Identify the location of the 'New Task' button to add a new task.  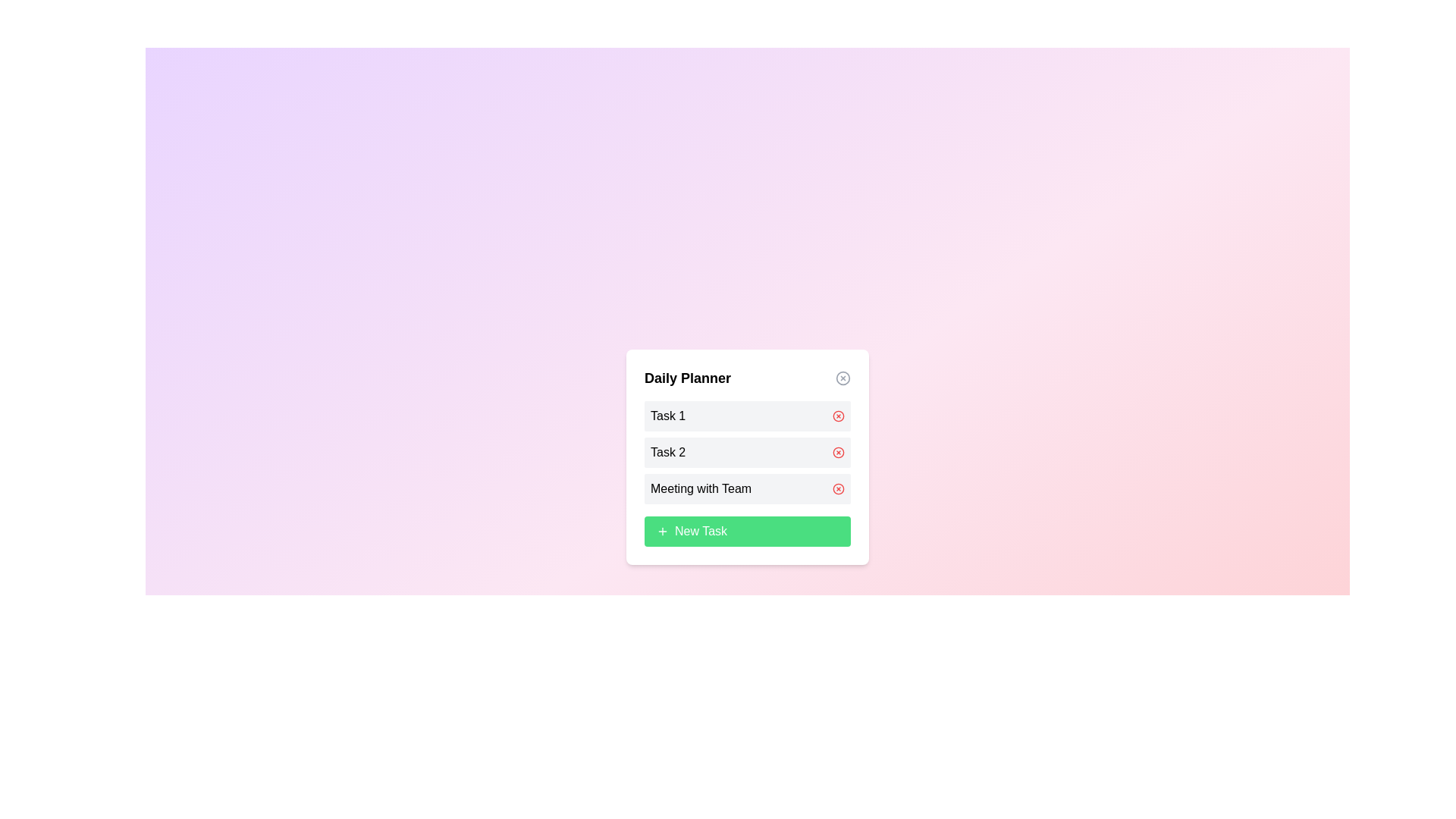
(747, 531).